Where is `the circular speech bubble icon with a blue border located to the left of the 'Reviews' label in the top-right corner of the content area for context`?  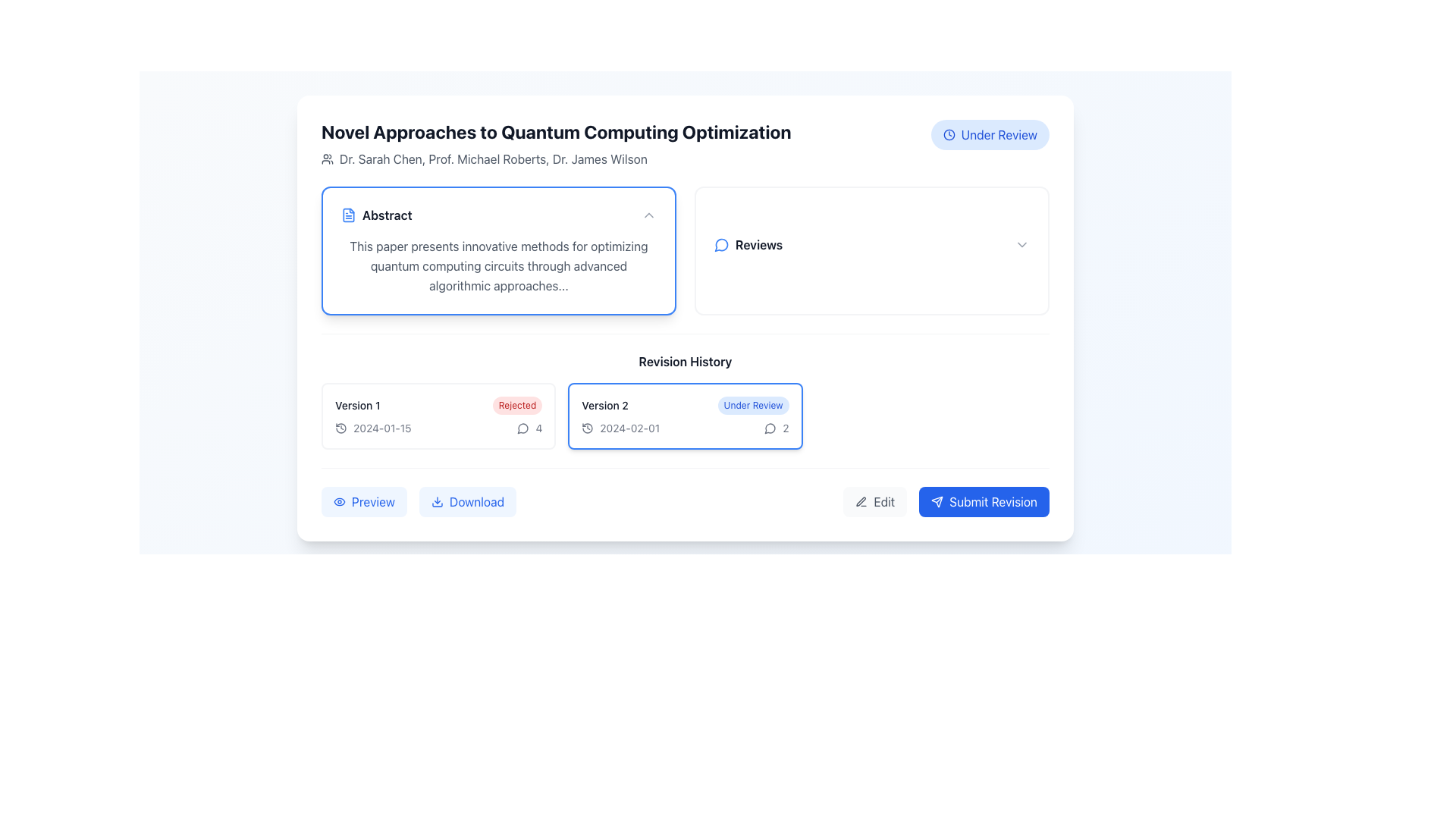 the circular speech bubble icon with a blue border located to the left of the 'Reviews' label in the top-right corner of the content area for context is located at coordinates (720, 244).